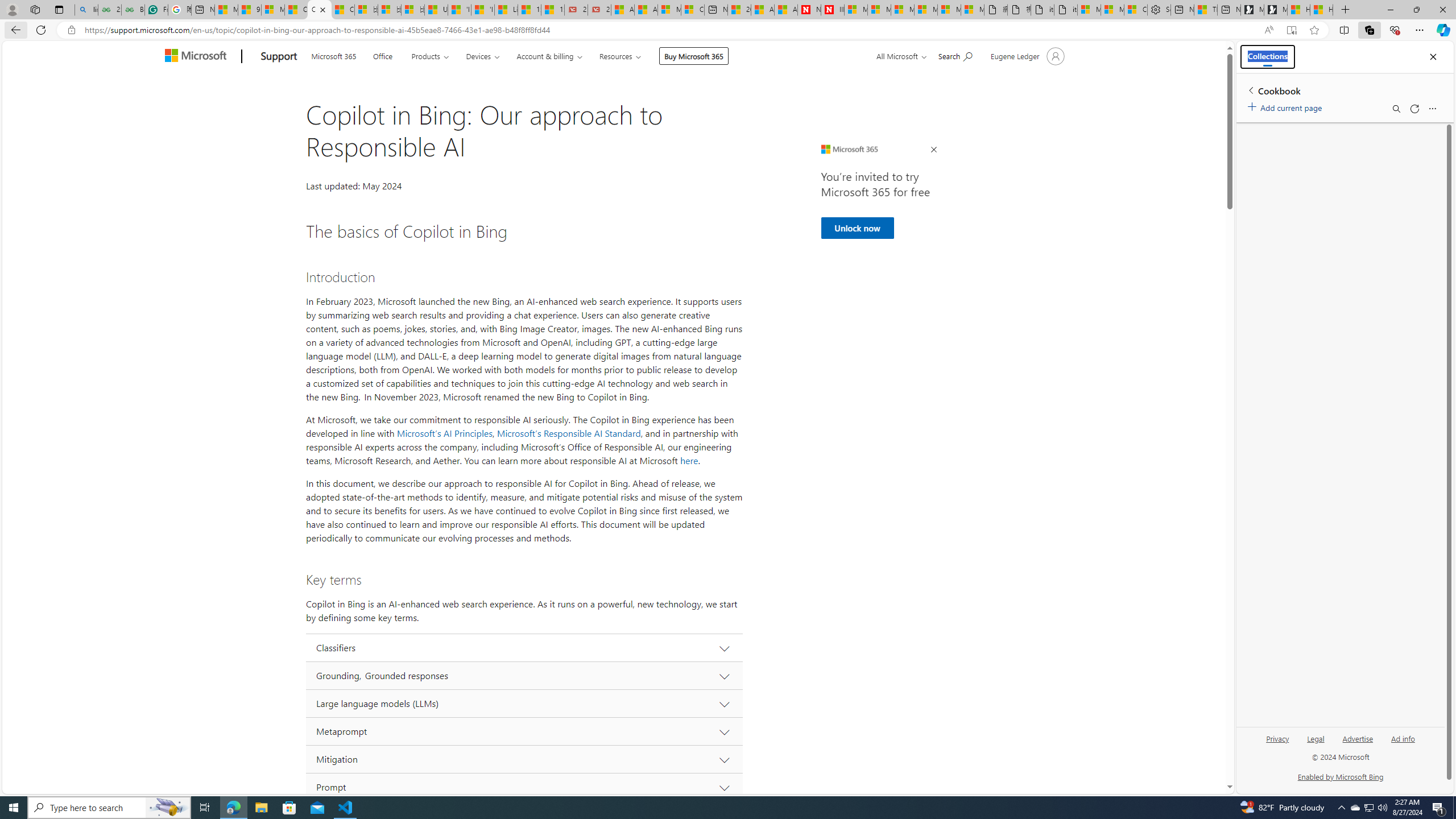 The height and width of the screenshot is (819, 1456). What do you see at coordinates (1316, 738) in the screenshot?
I see `'Legal'` at bounding box center [1316, 738].